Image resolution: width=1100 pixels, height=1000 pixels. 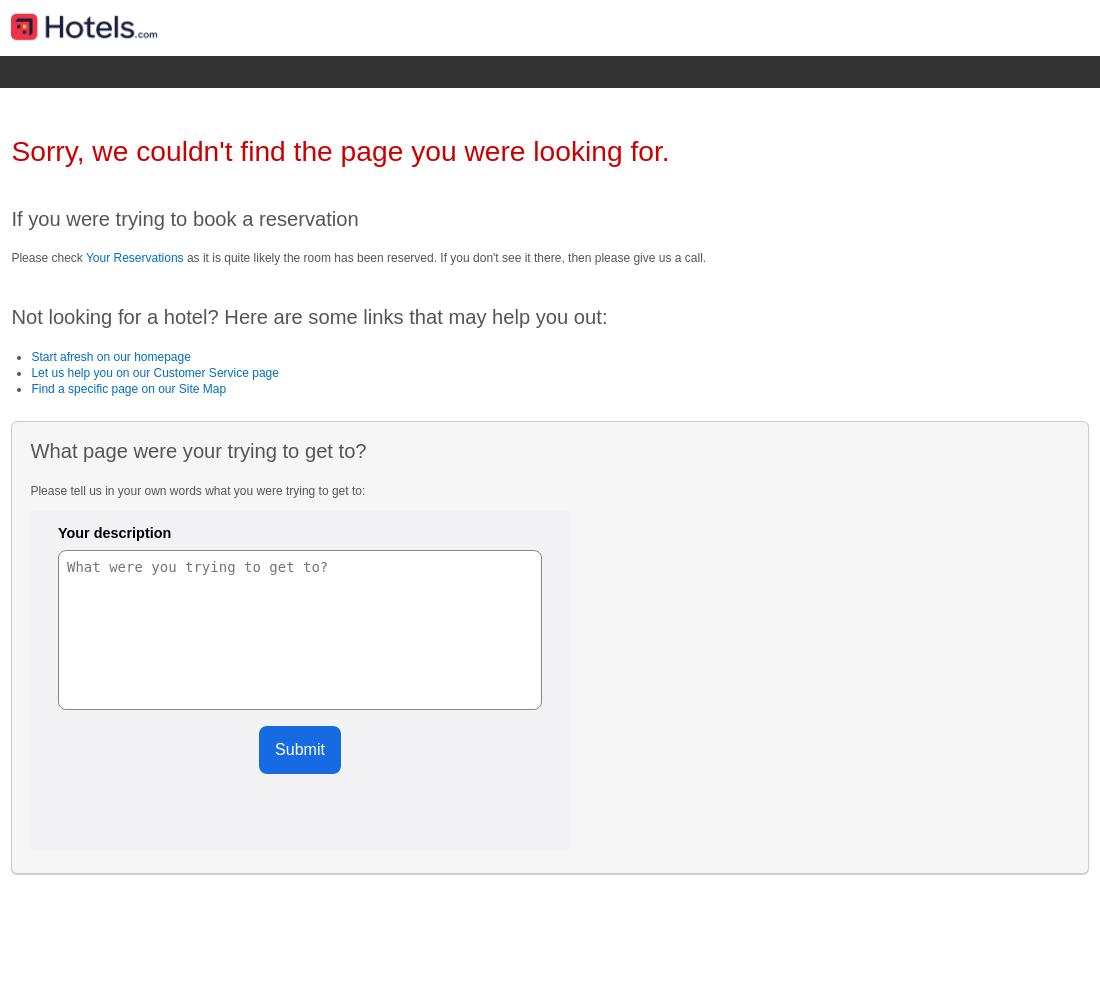 I want to click on 'Please tell us in your own words what you were trying to get to:', so click(x=29, y=489).